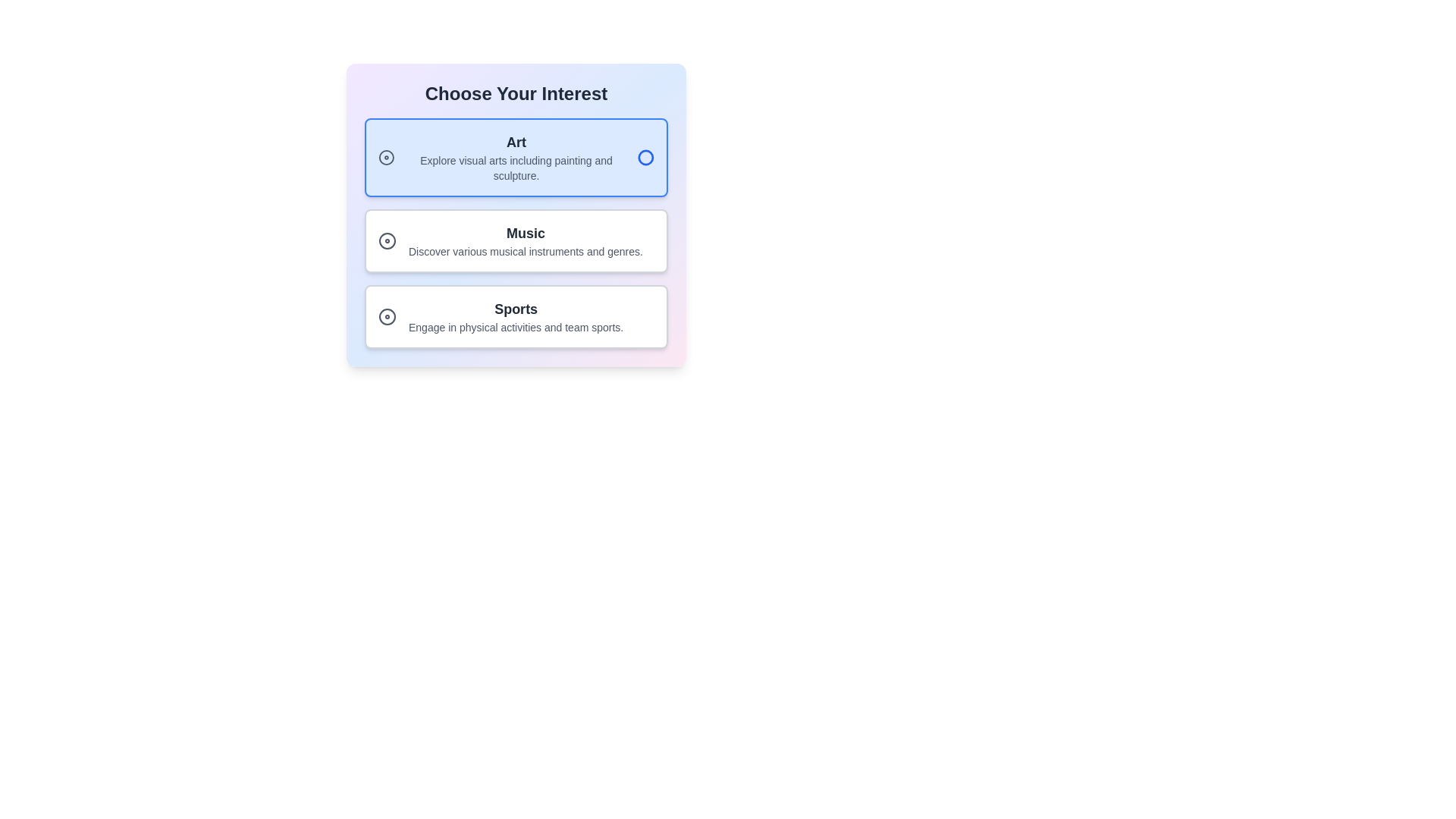  Describe the element at coordinates (387, 315) in the screenshot. I see `the Circle SVG component representing the 'Sports' option in the 'Choose Your Interest' interface` at that location.